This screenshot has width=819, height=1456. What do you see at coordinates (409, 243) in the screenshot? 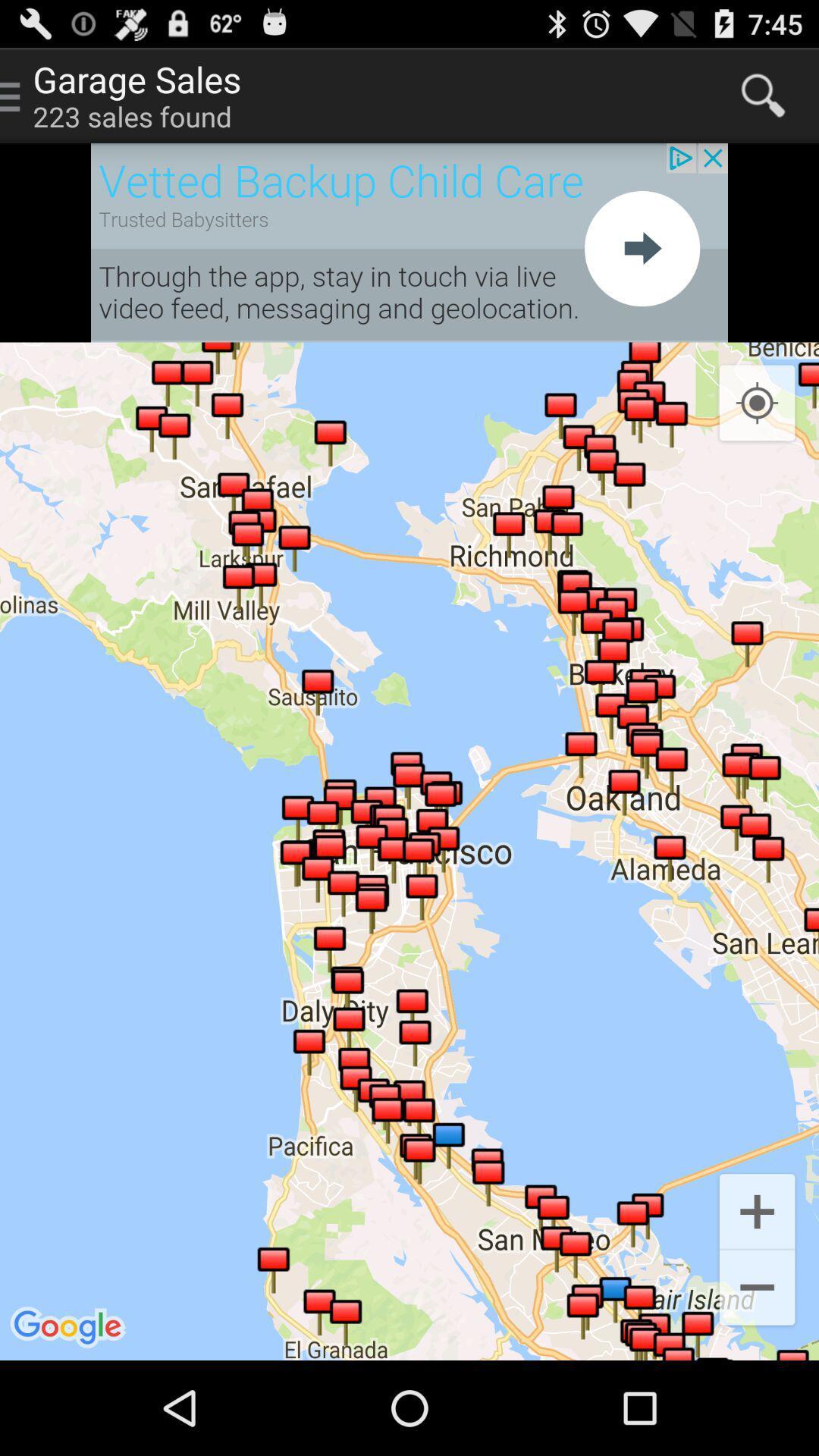
I see `open browser` at bounding box center [409, 243].